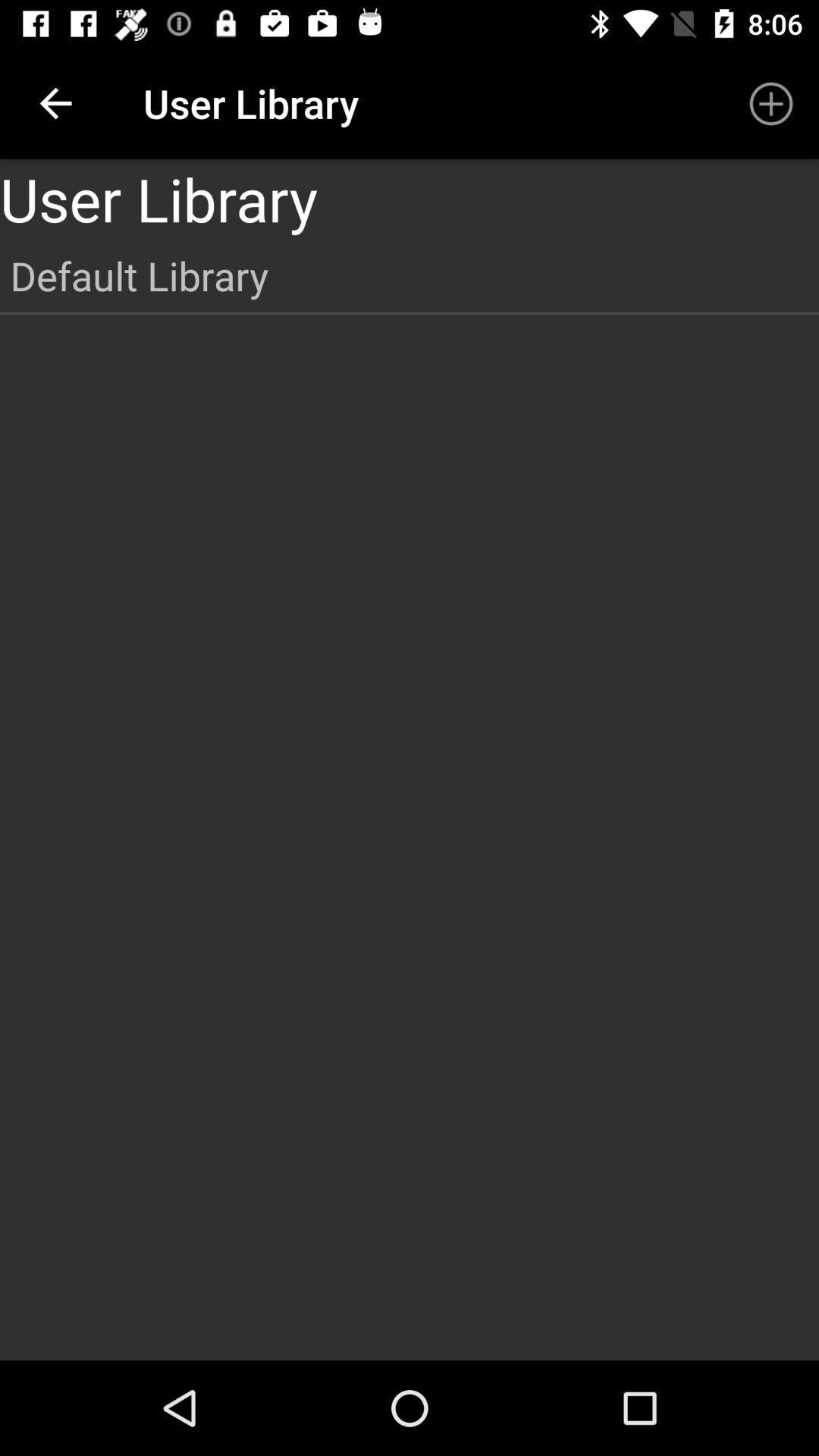 The image size is (819, 1456). I want to click on item below the user library icon, so click(409, 275).